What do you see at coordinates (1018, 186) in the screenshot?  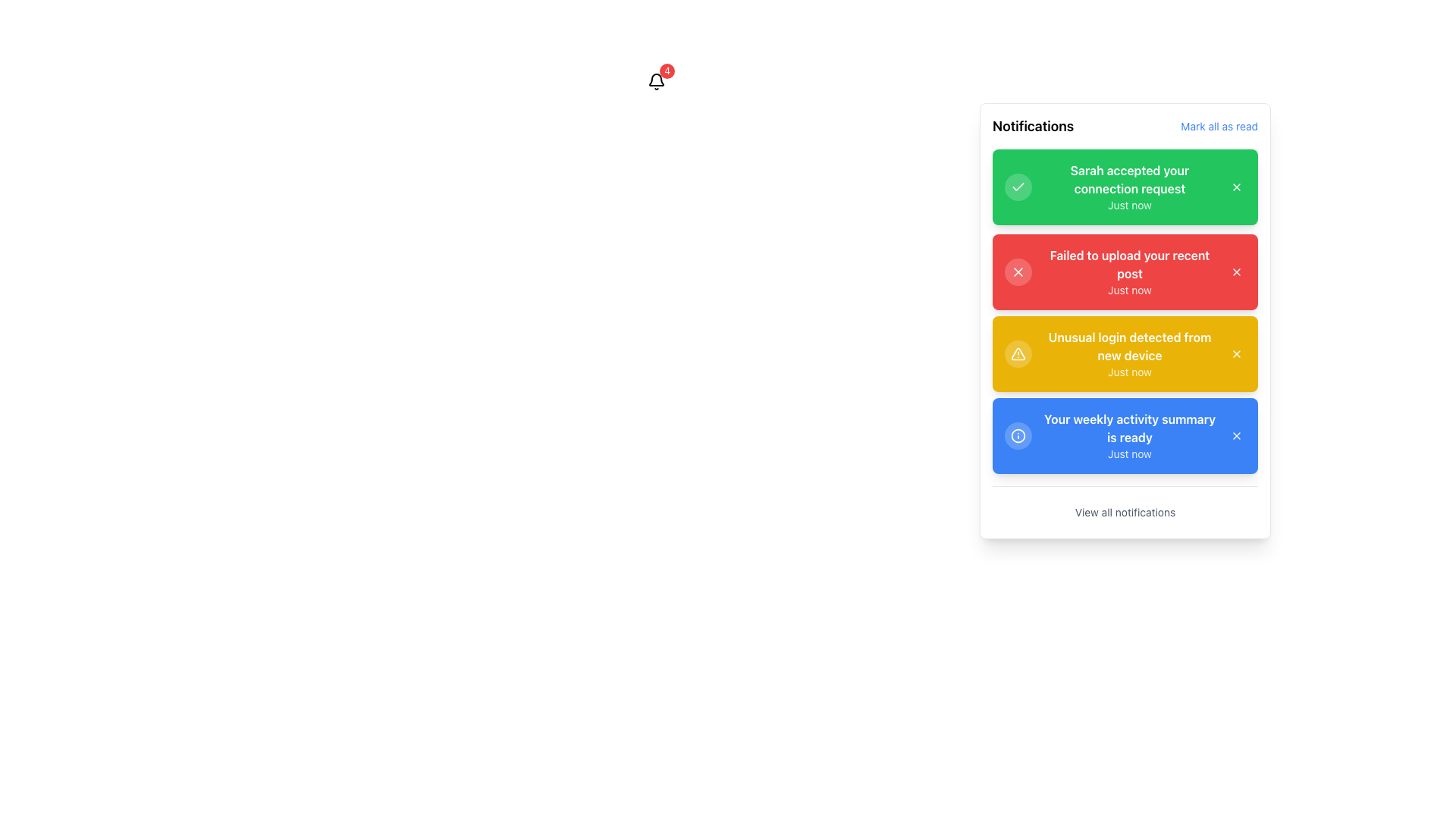 I see `the check mark icon located centrally within the notification card on the topmost green card, to the left of its content text` at bounding box center [1018, 186].